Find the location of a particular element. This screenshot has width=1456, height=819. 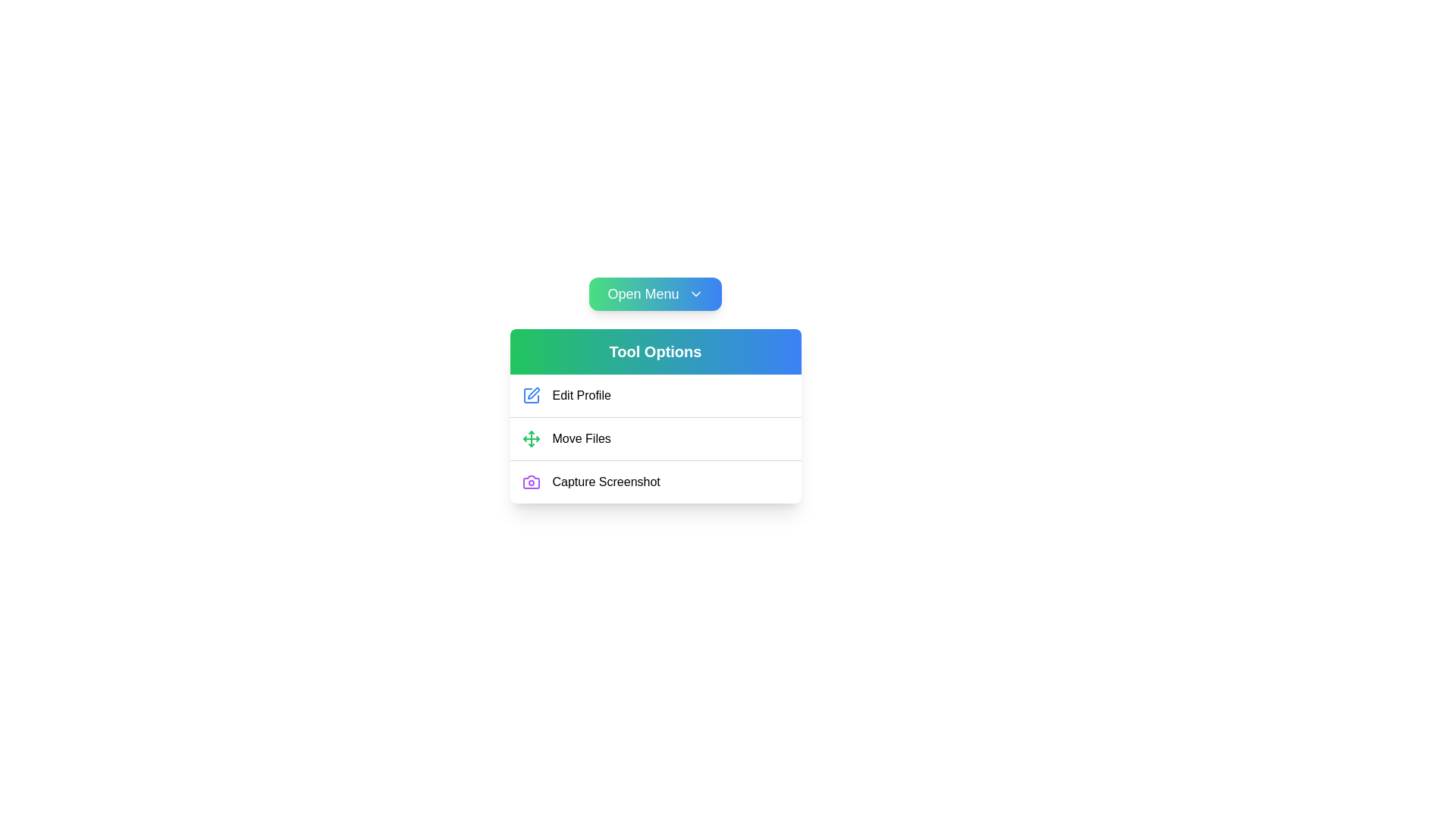

the downward-pointing chevron icon within the 'Open Menu' button, which is styled with a white stroke and rounded corners, located on the right side of the button's text is located at coordinates (695, 294).